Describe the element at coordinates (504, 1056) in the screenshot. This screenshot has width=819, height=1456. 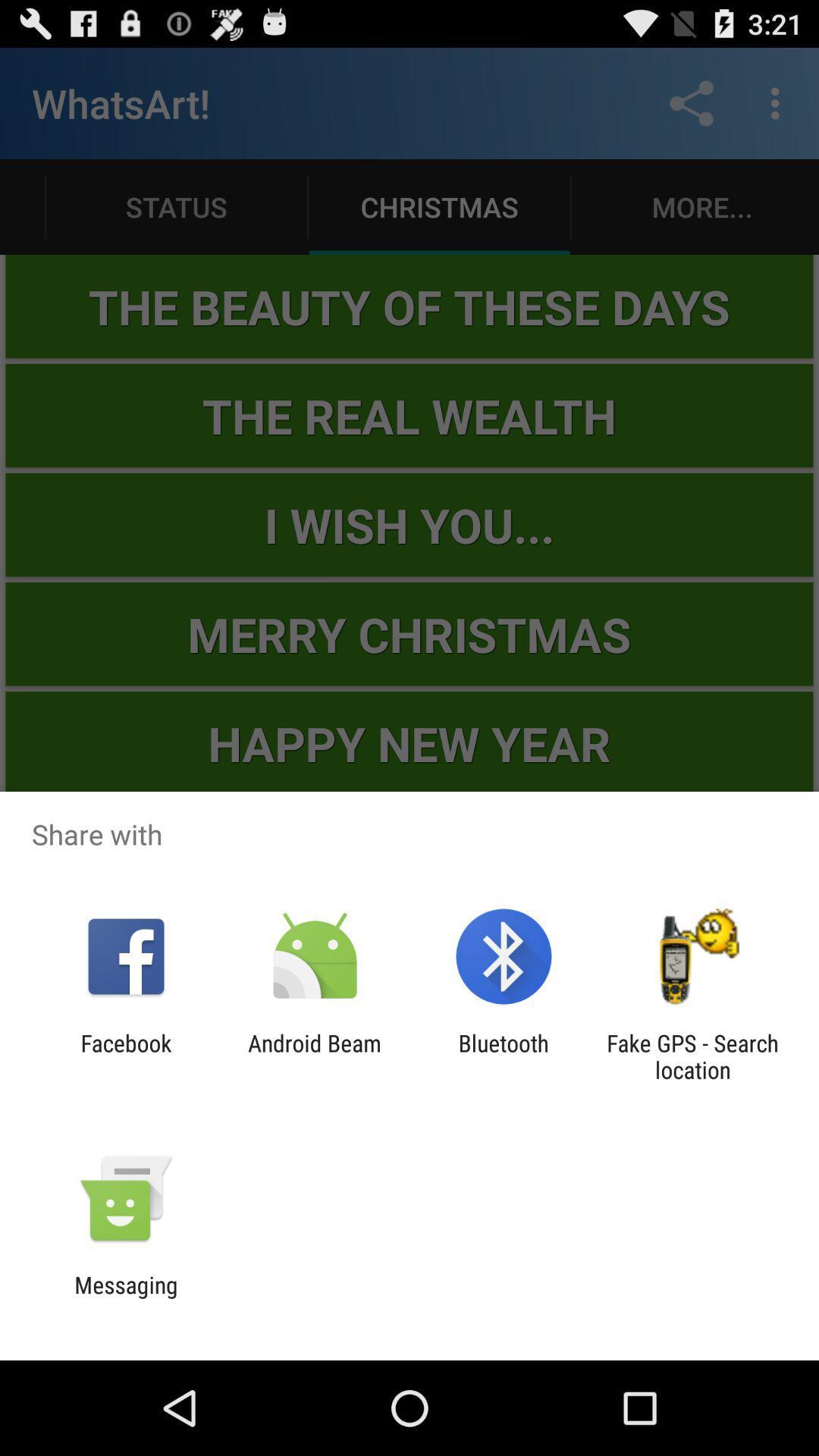
I see `the bluetooth item` at that location.